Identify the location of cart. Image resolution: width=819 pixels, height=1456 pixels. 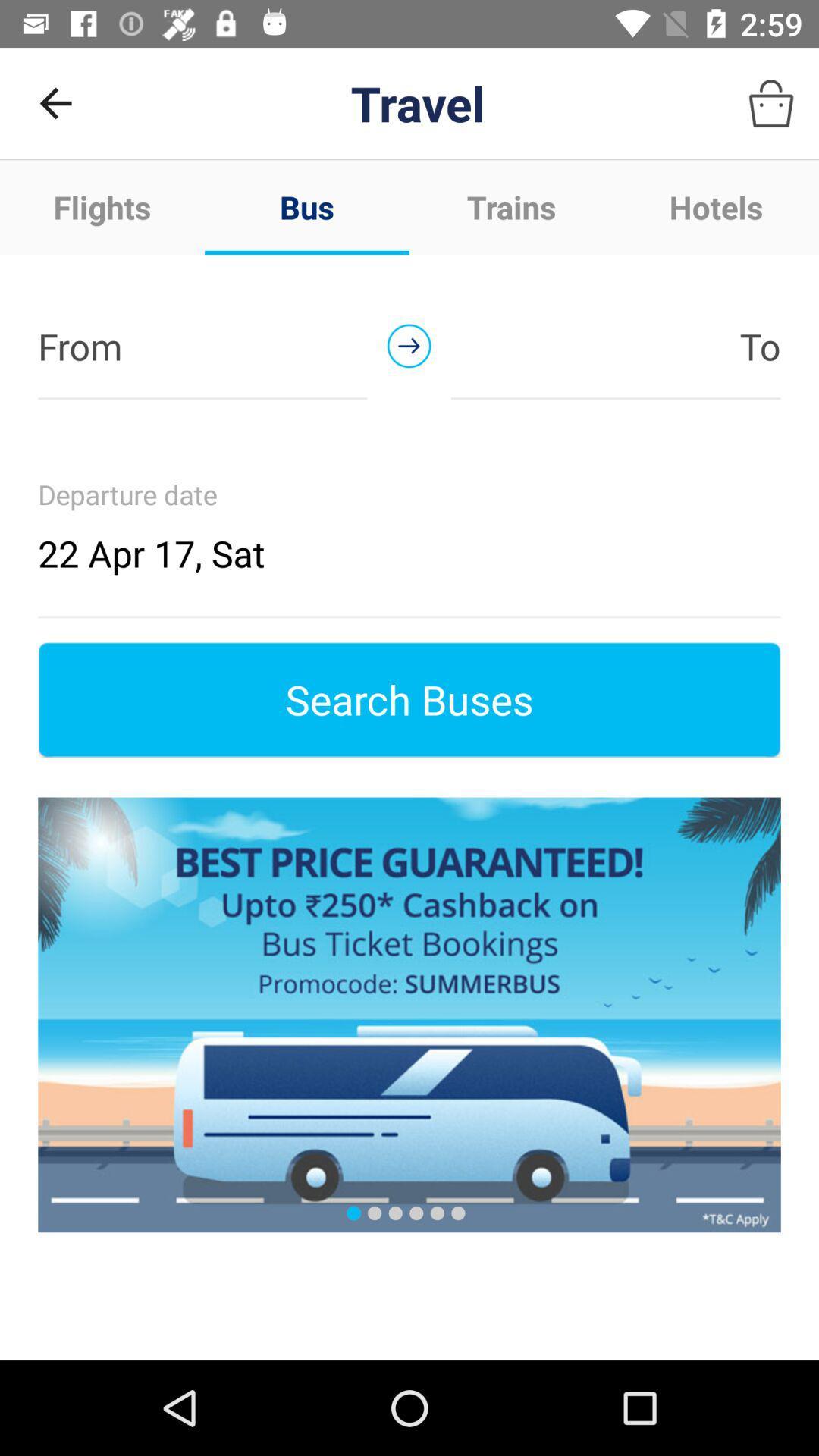
(771, 102).